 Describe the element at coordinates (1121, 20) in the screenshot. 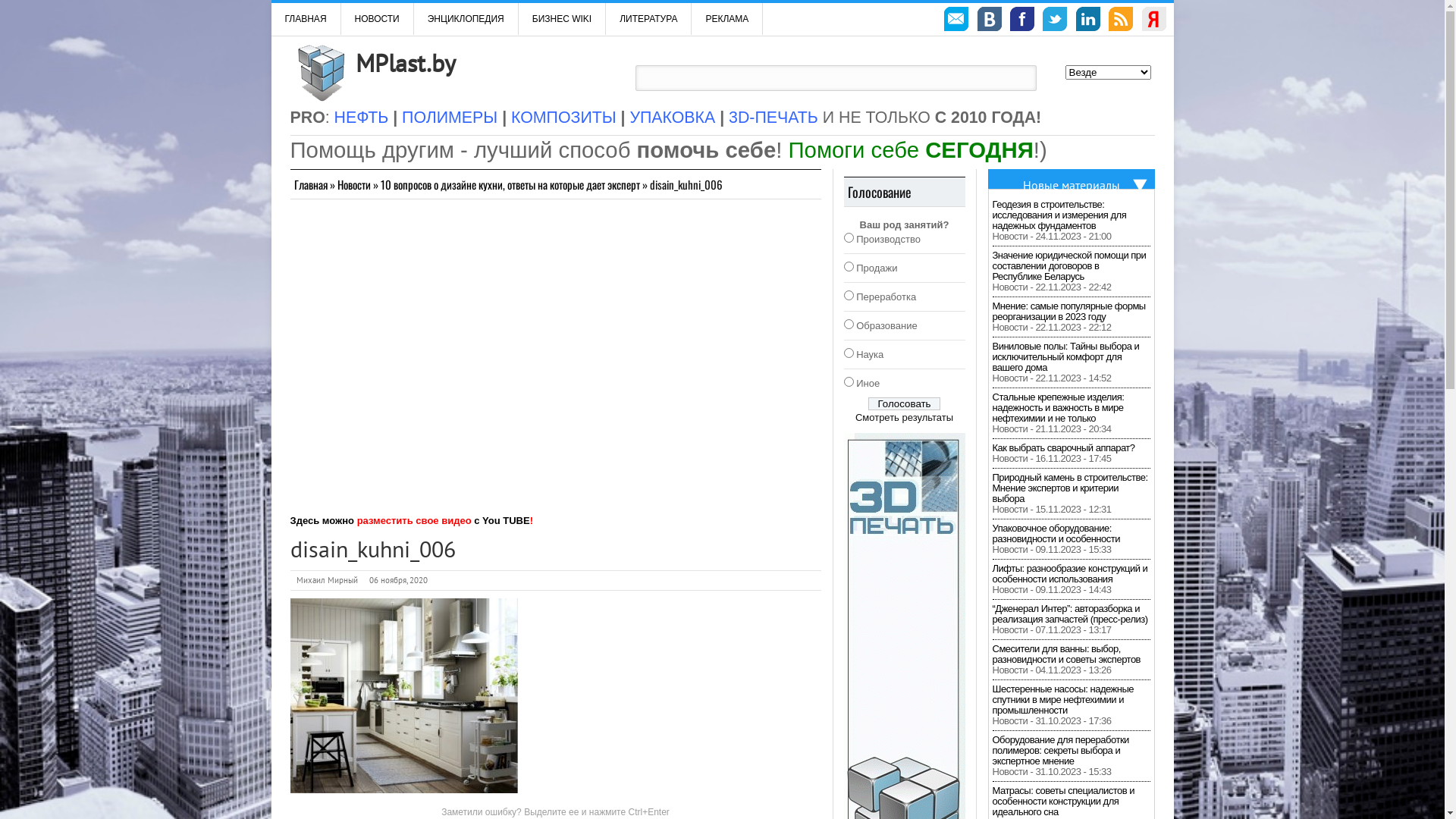

I see `'RSS Feed'` at that location.